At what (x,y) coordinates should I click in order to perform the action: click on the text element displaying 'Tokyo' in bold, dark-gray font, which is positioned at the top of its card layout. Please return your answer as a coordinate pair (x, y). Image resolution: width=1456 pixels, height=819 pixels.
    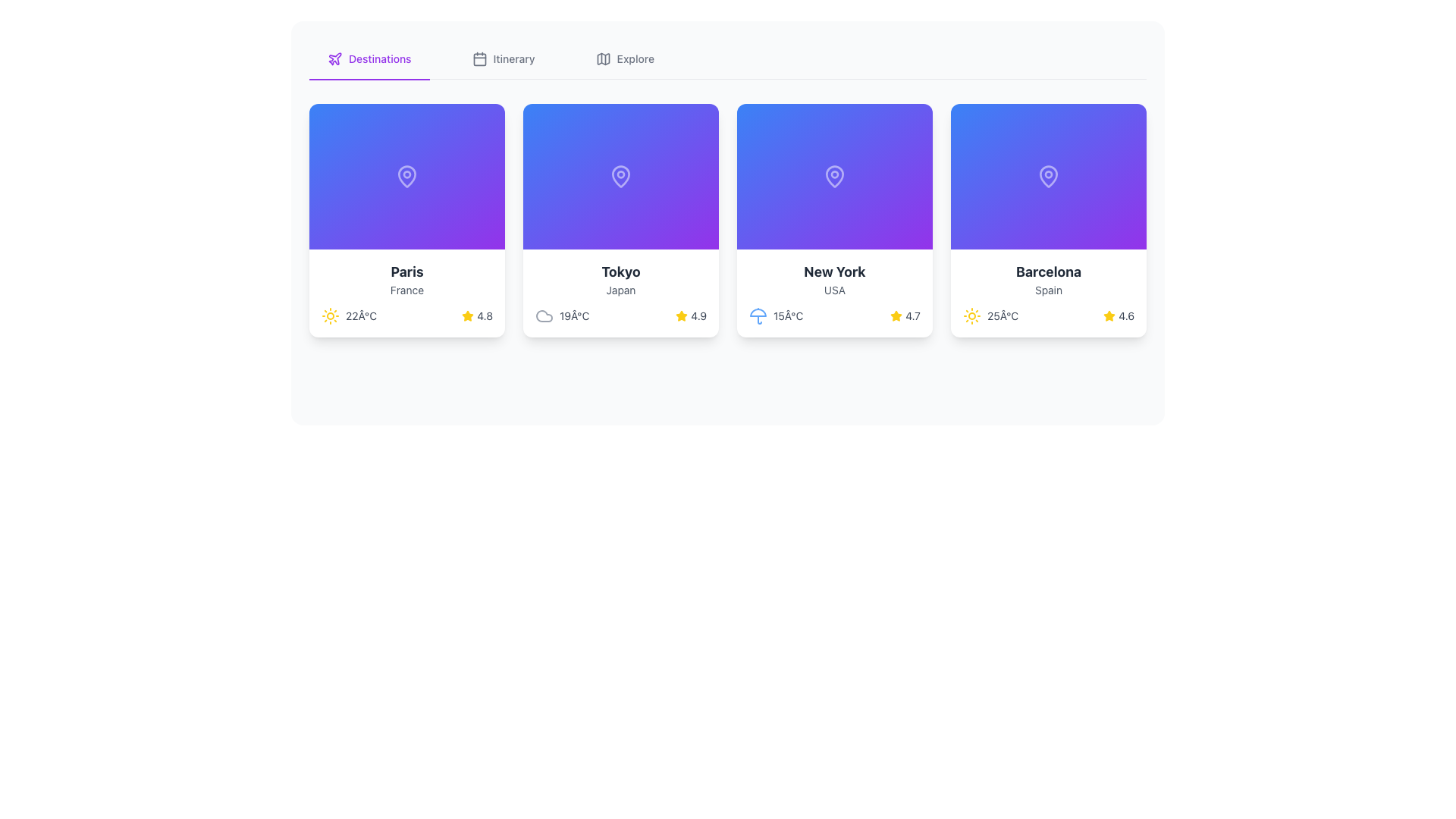
    Looking at the image, I should click on (621, 271).